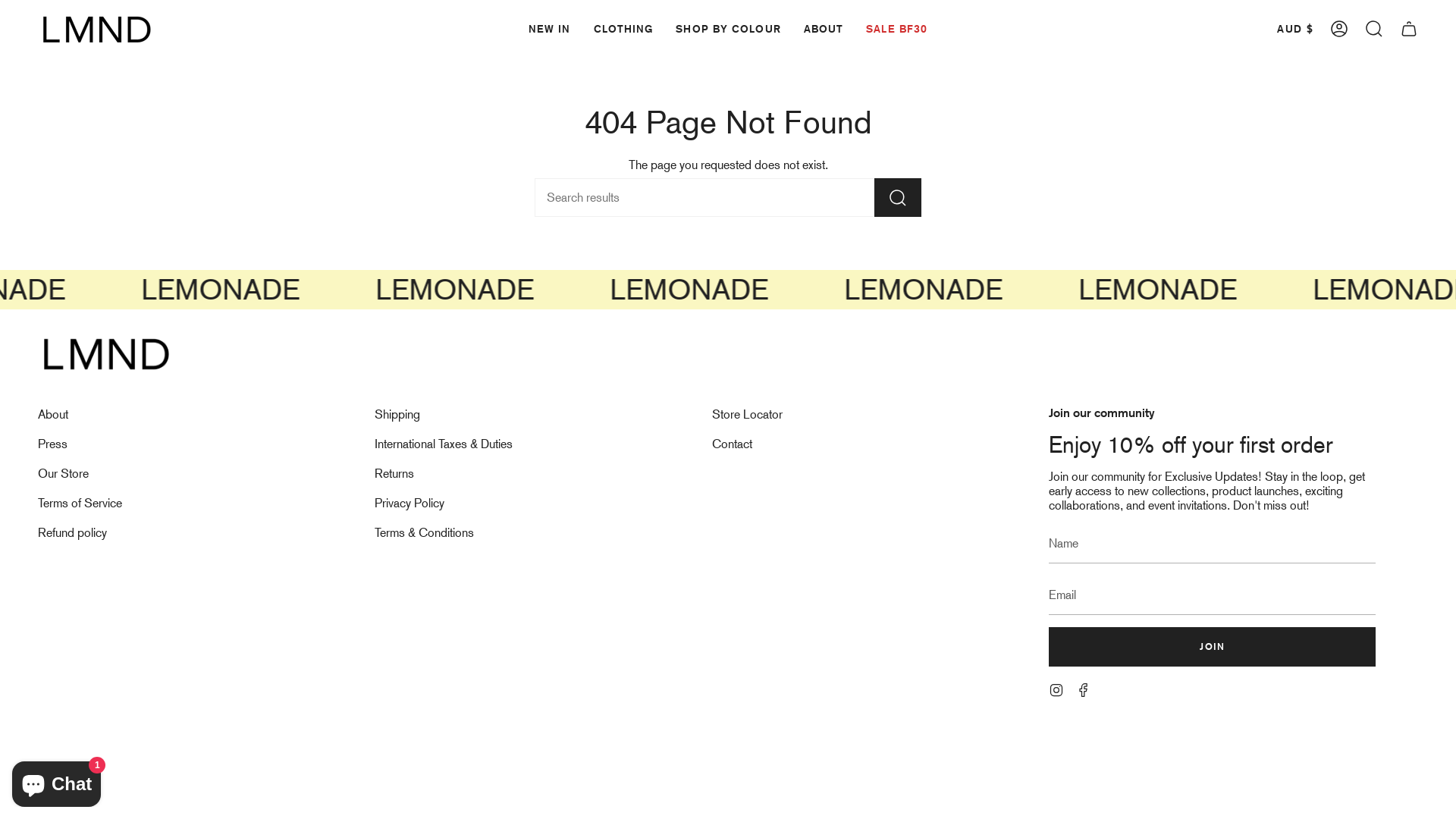 The image size is (1456, 819). What do you see at coordinates (375, 472) in the screenshot?
I see `'Returns'` at bounding box center [375, 472].